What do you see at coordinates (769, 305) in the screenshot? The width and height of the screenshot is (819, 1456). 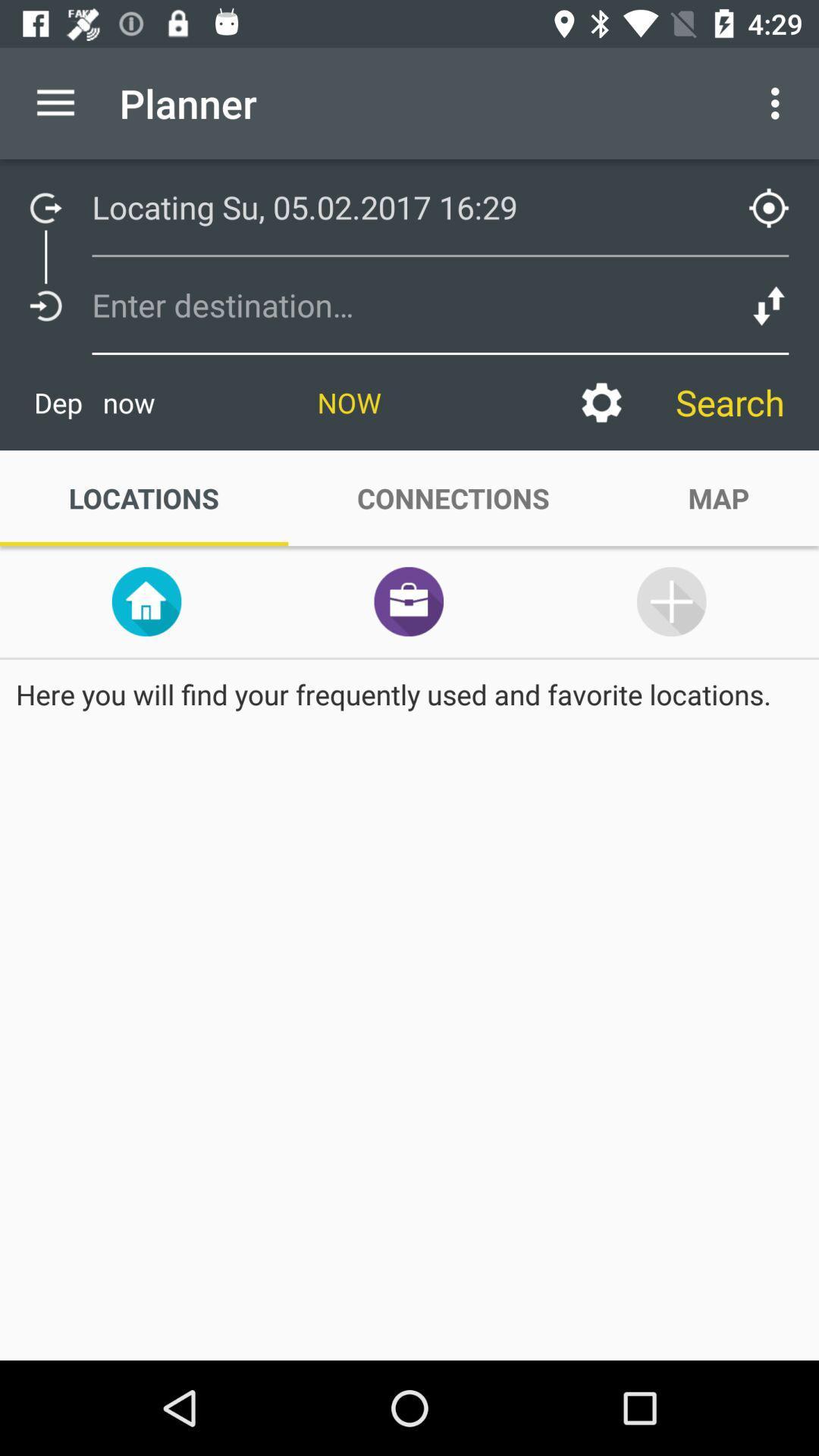 I see `the compare icon` at bounding box center [769, 305].